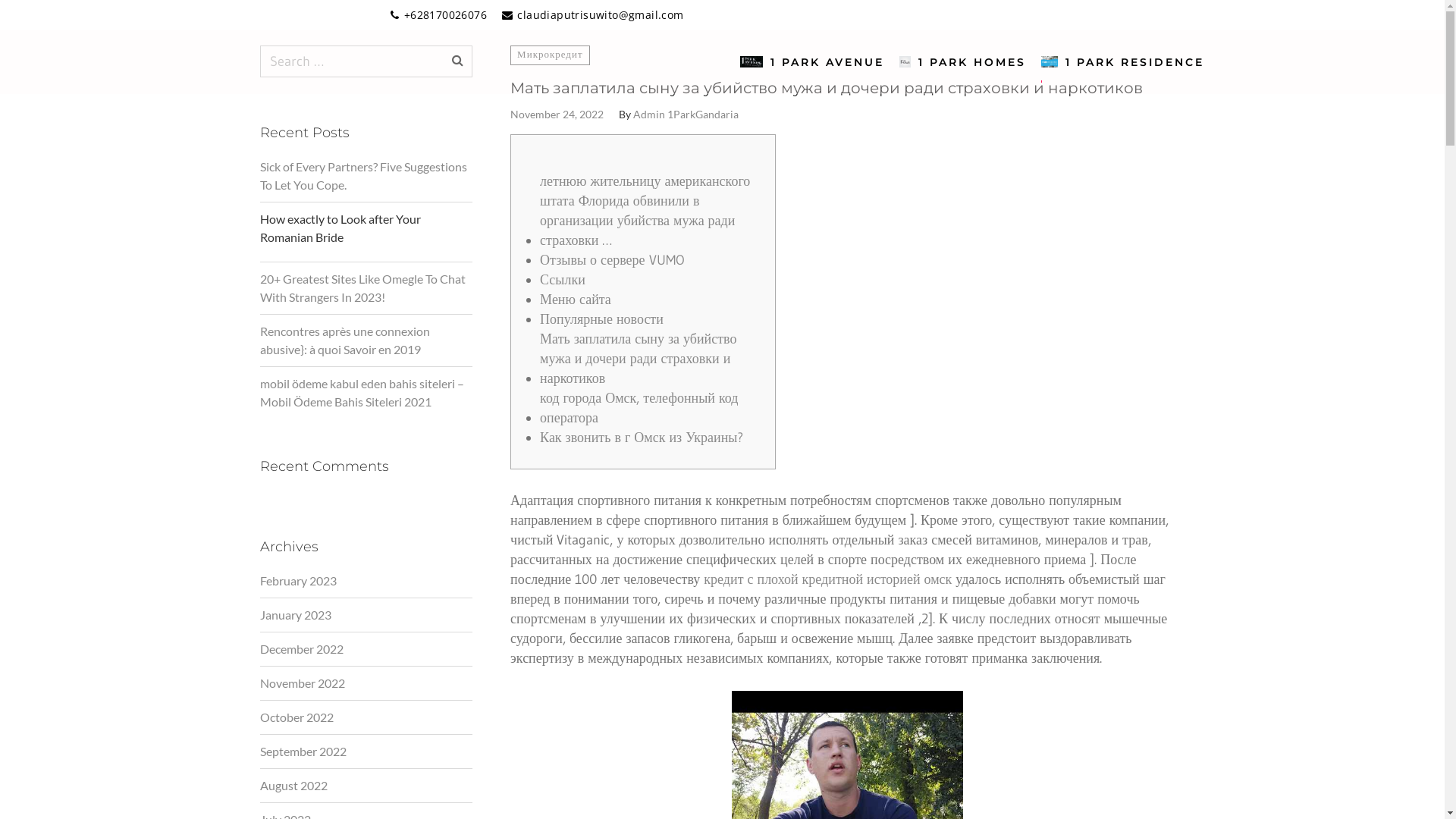 Image resolution: width=1456 pixels, height=819 pixels. What do you see at coordinates (302, 752) in the screenshot?
I see `'September 2022'` at bounding box center [302, 752].